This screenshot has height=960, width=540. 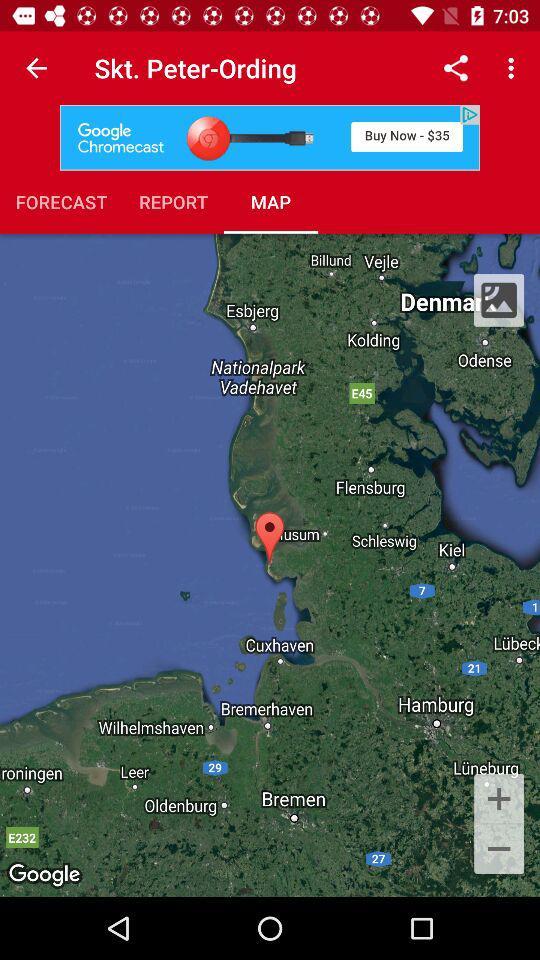 I want to click on icon to the right of the skt. peter-ording, so click(x=455, y=68).